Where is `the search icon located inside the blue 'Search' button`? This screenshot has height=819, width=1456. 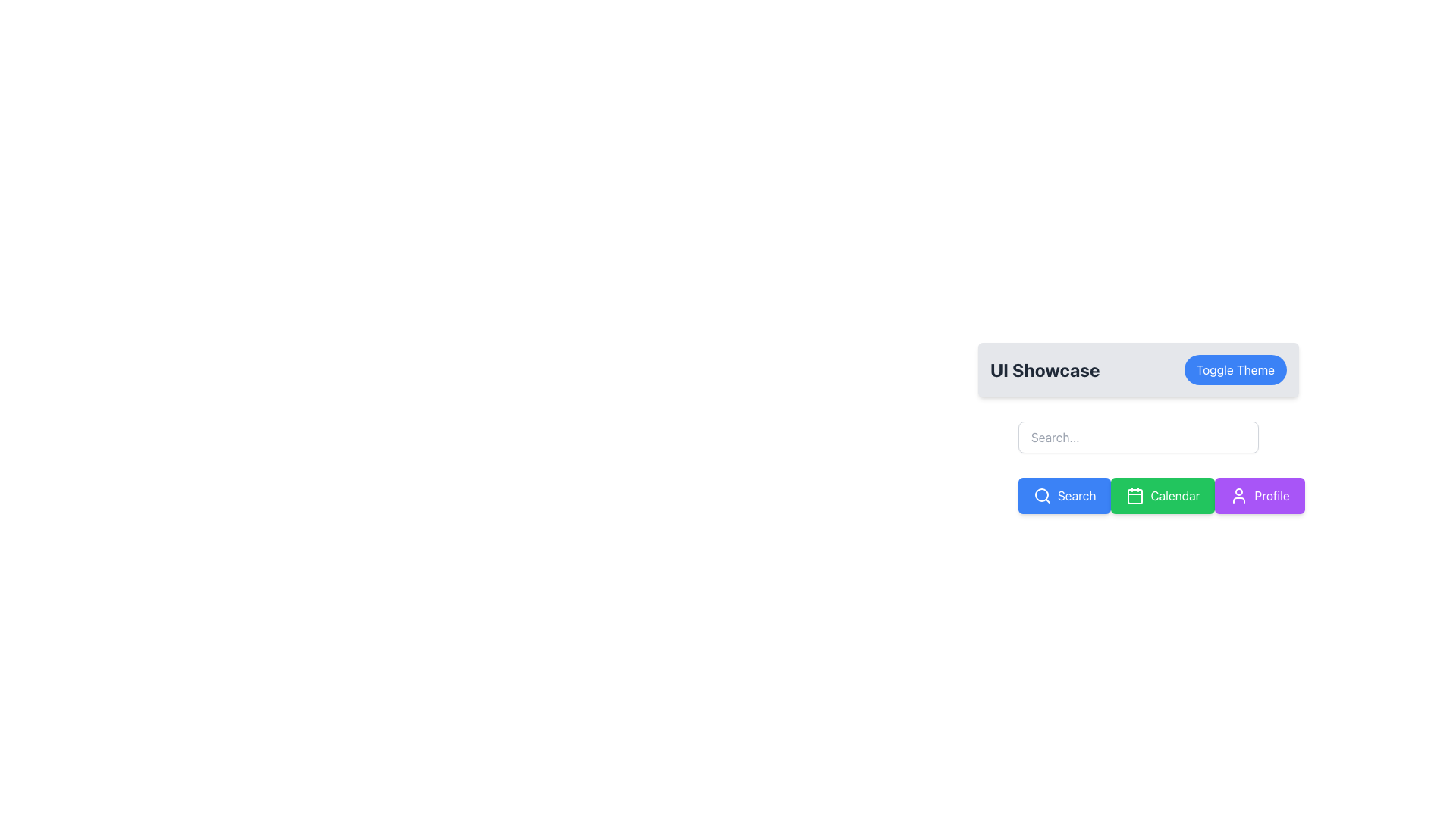
the search icon located inside the blue 'Search' button is located at coordinates (1041, 496).